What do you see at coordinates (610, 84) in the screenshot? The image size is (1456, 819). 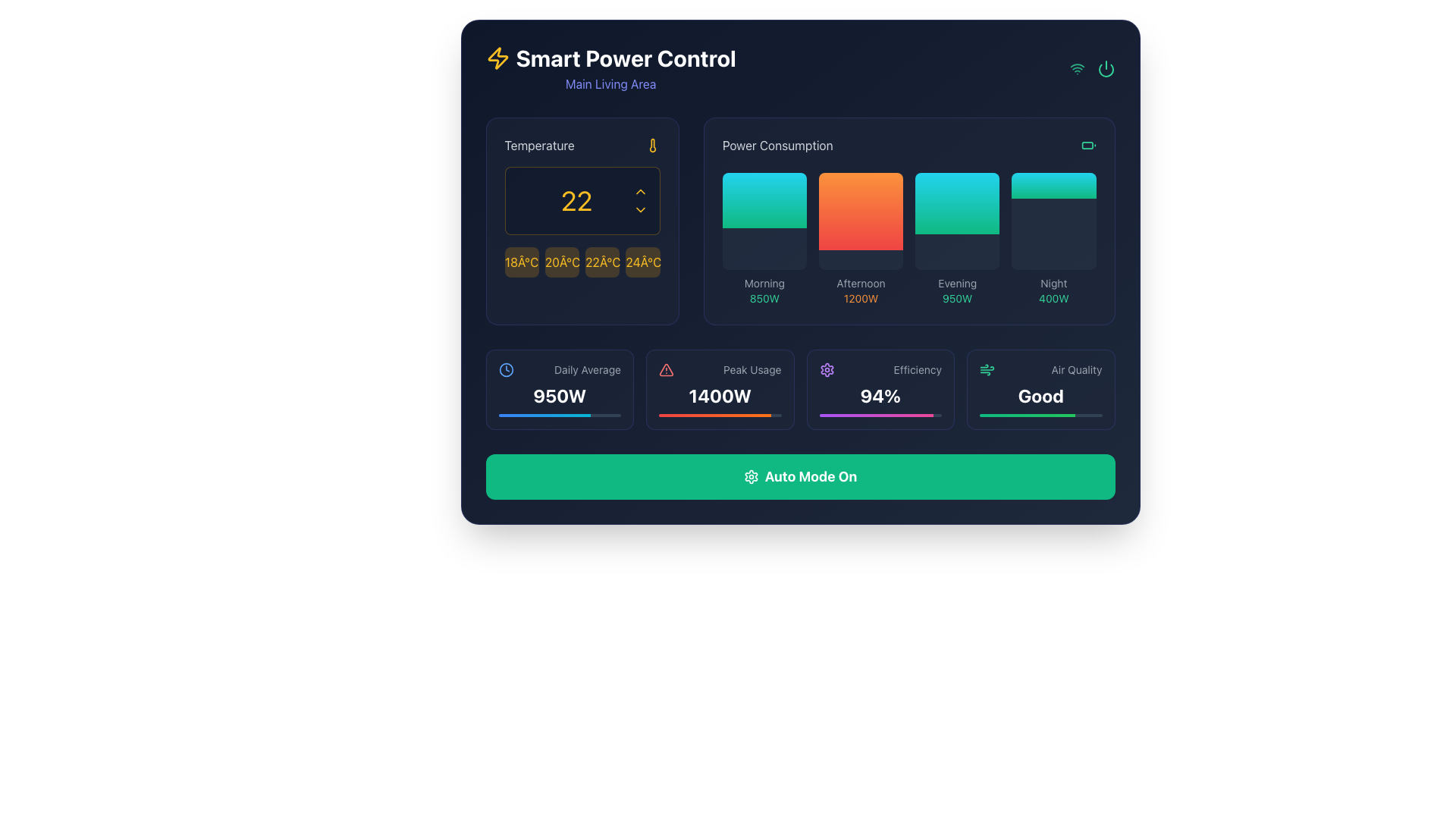 I see `the 'Main Living Area' text label located directly below the 'Smart Power Control' in the upper-left section of the interface` at bounding box center [610, 84].